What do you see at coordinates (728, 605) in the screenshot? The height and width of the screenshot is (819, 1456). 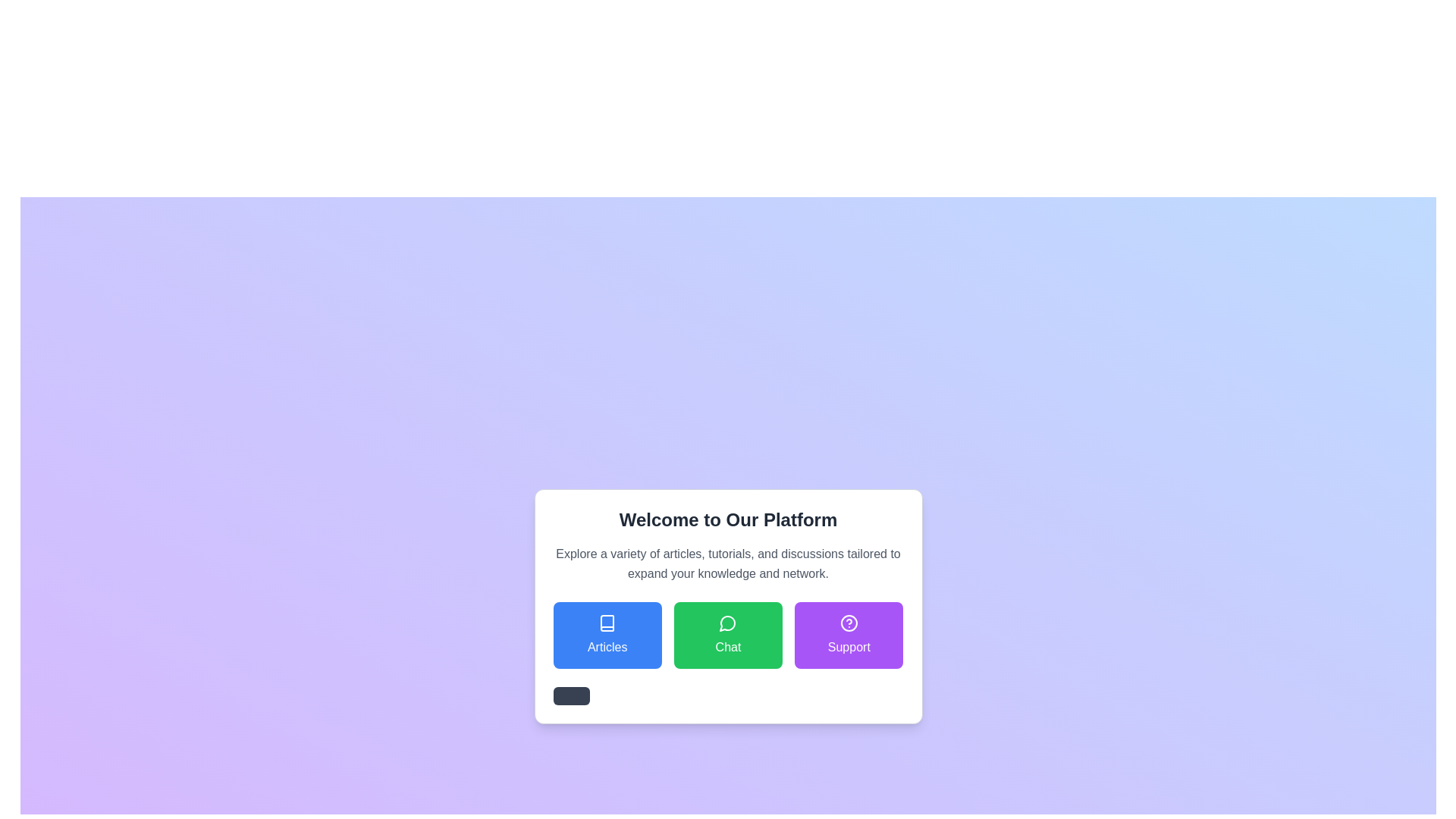 I see `introductory text within the Section card, which is centrally positioned in the viewport and contains navigational buttons for Articles, Chat, and Support` at bounding box center [728, 605].